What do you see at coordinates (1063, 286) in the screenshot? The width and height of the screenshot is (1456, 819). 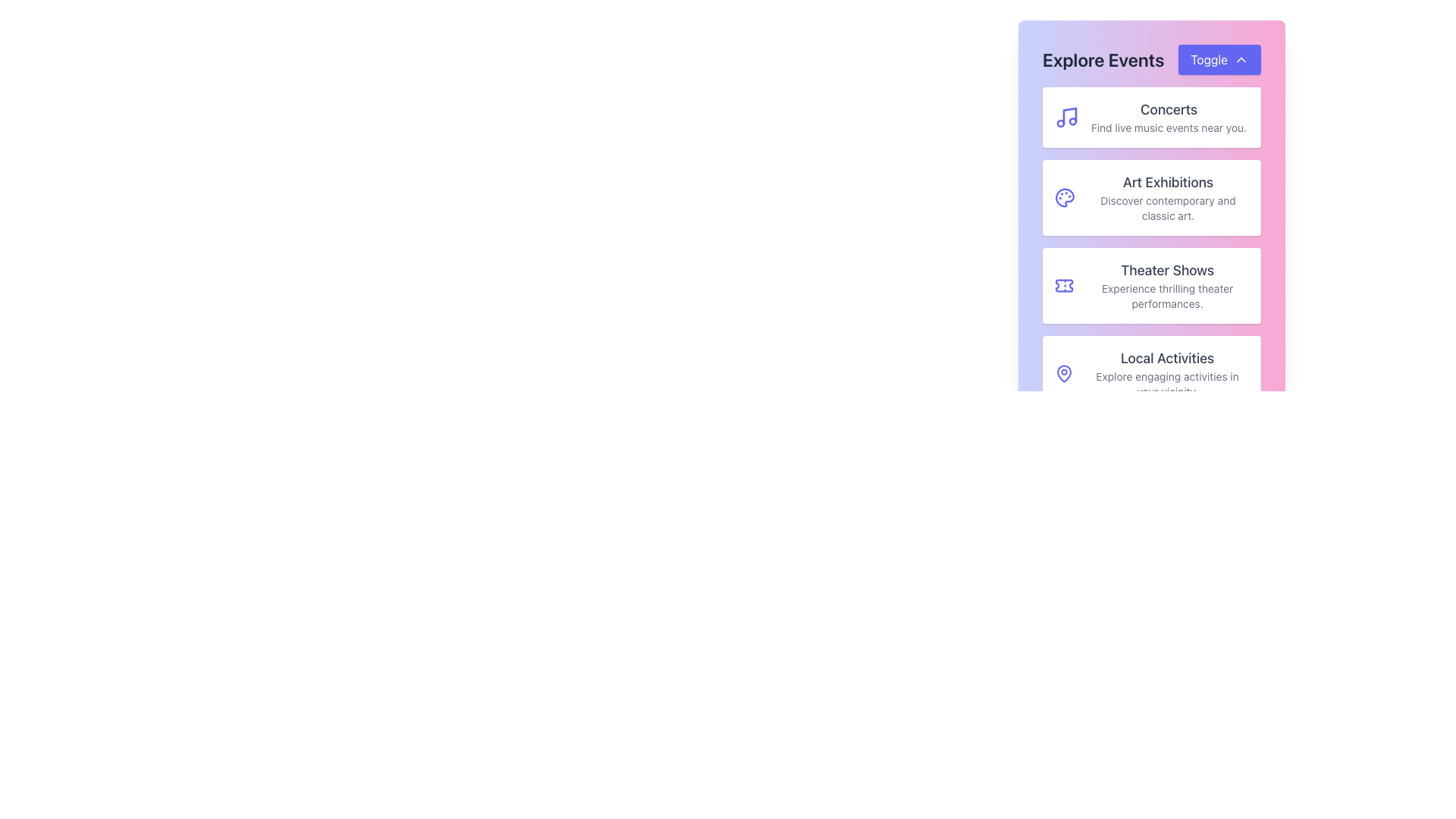 I see `the icon representing the 'Theater Shows' category, located between 'Art Exhibitions' and 'Local Activities' in the events list` at bounding box center [1063, 286].